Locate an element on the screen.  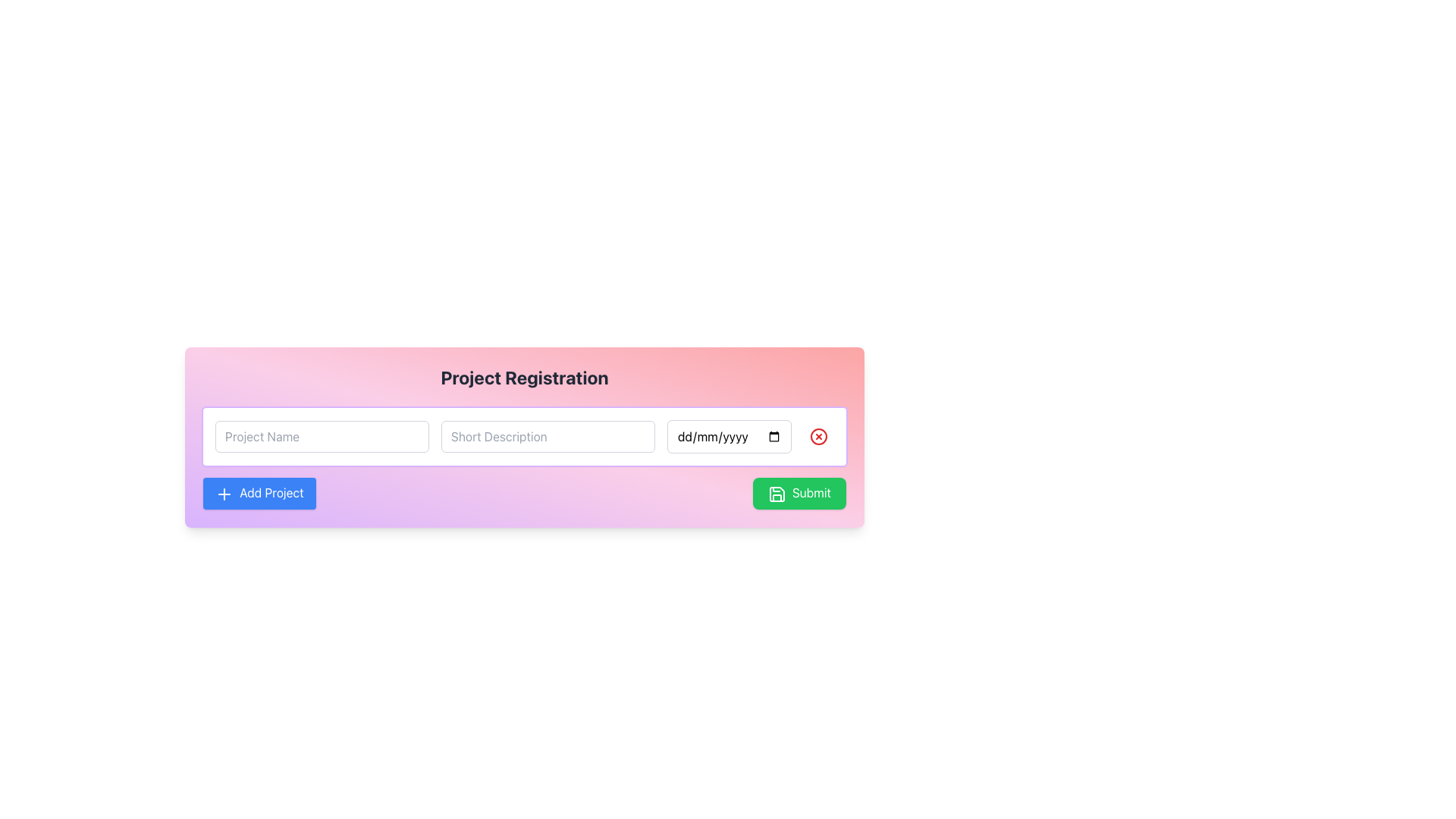
the clear button located to the right of the date input field is located at coordinates (818, 436).